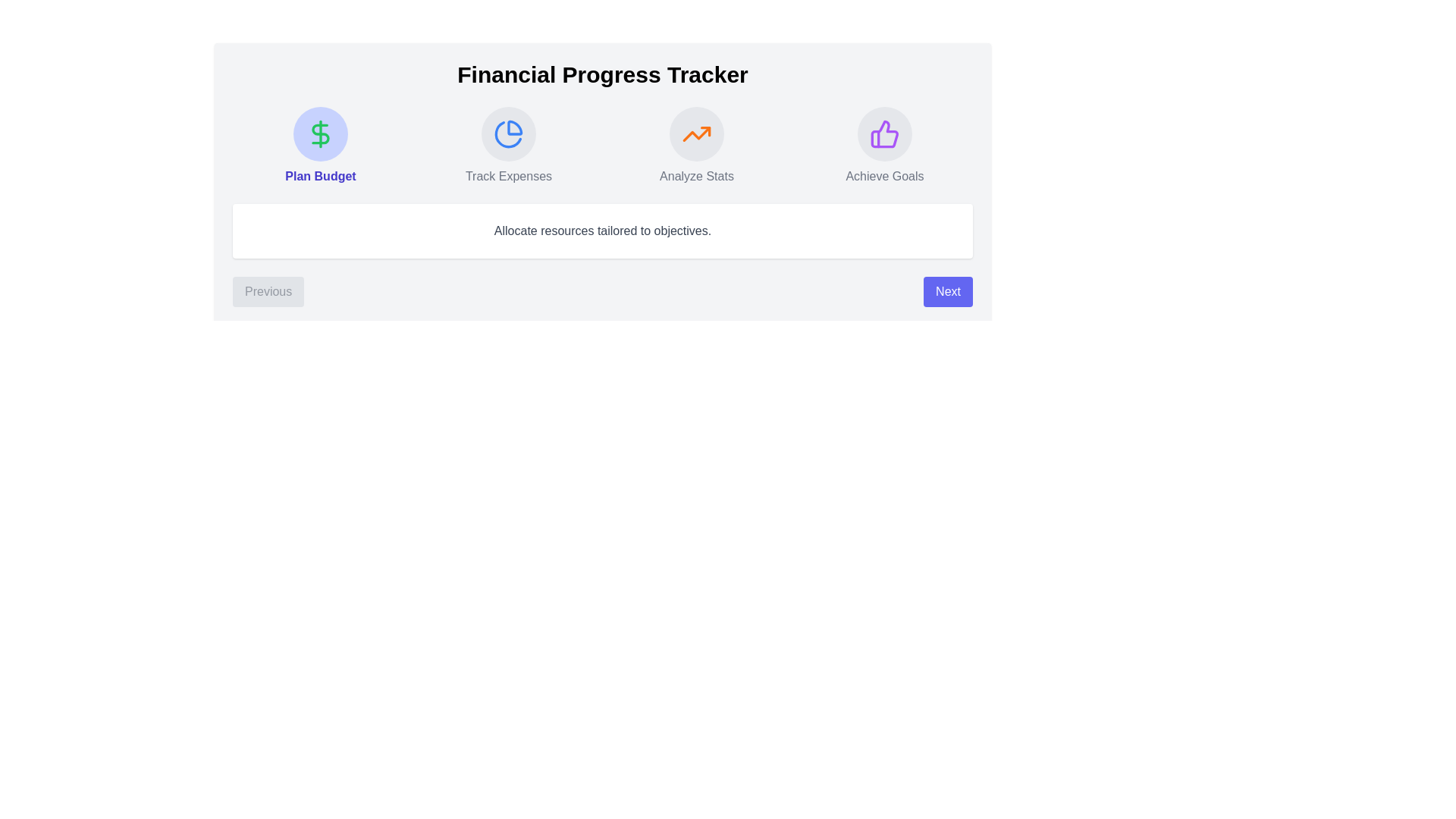  I want to click on the title 'Financial Progress Tracker', so click(602, 75).